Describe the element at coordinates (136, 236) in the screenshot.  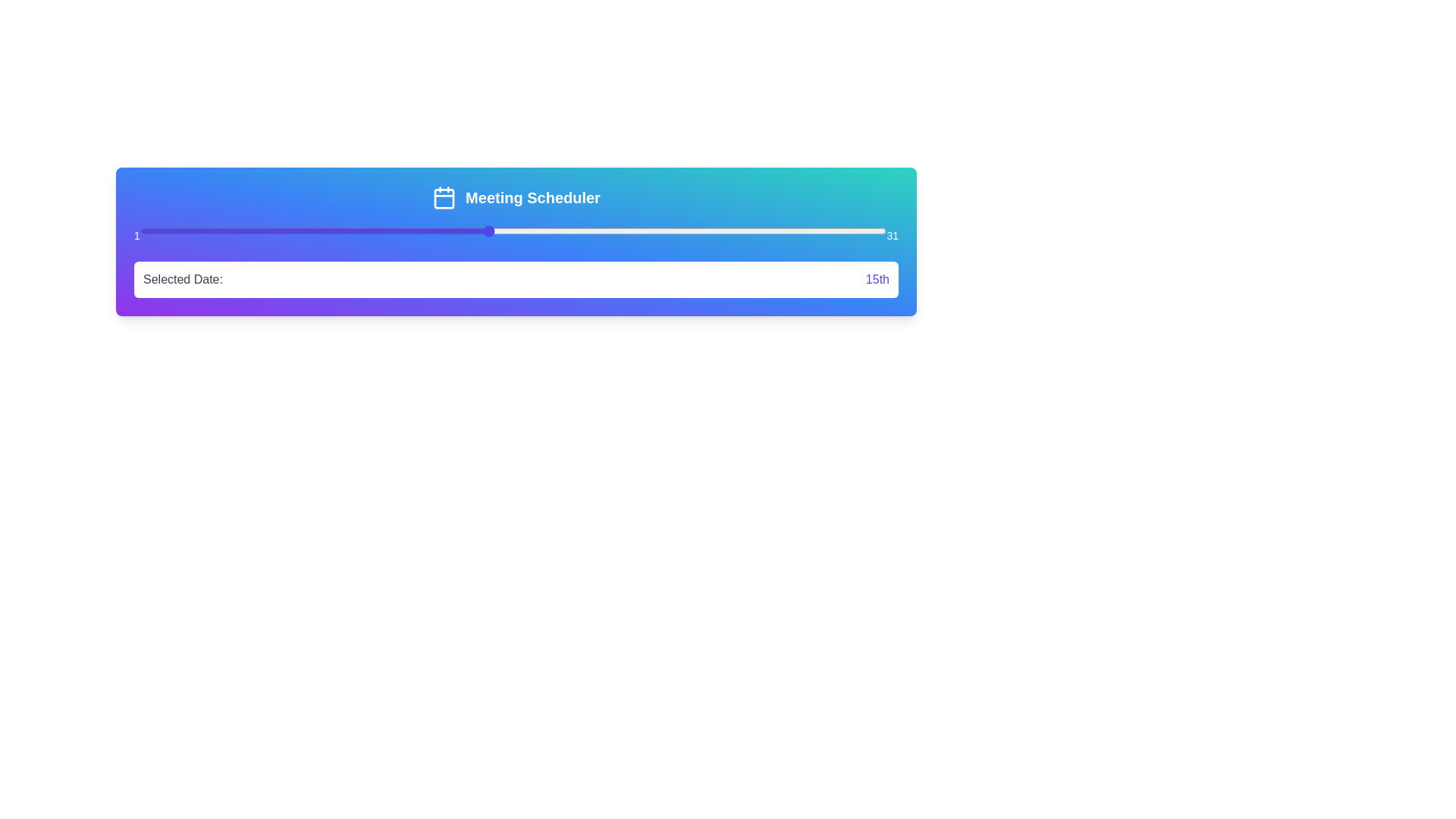
I see `the static text label displaying the number '1', which is positioned at the extreme left of the slider track` at that location.